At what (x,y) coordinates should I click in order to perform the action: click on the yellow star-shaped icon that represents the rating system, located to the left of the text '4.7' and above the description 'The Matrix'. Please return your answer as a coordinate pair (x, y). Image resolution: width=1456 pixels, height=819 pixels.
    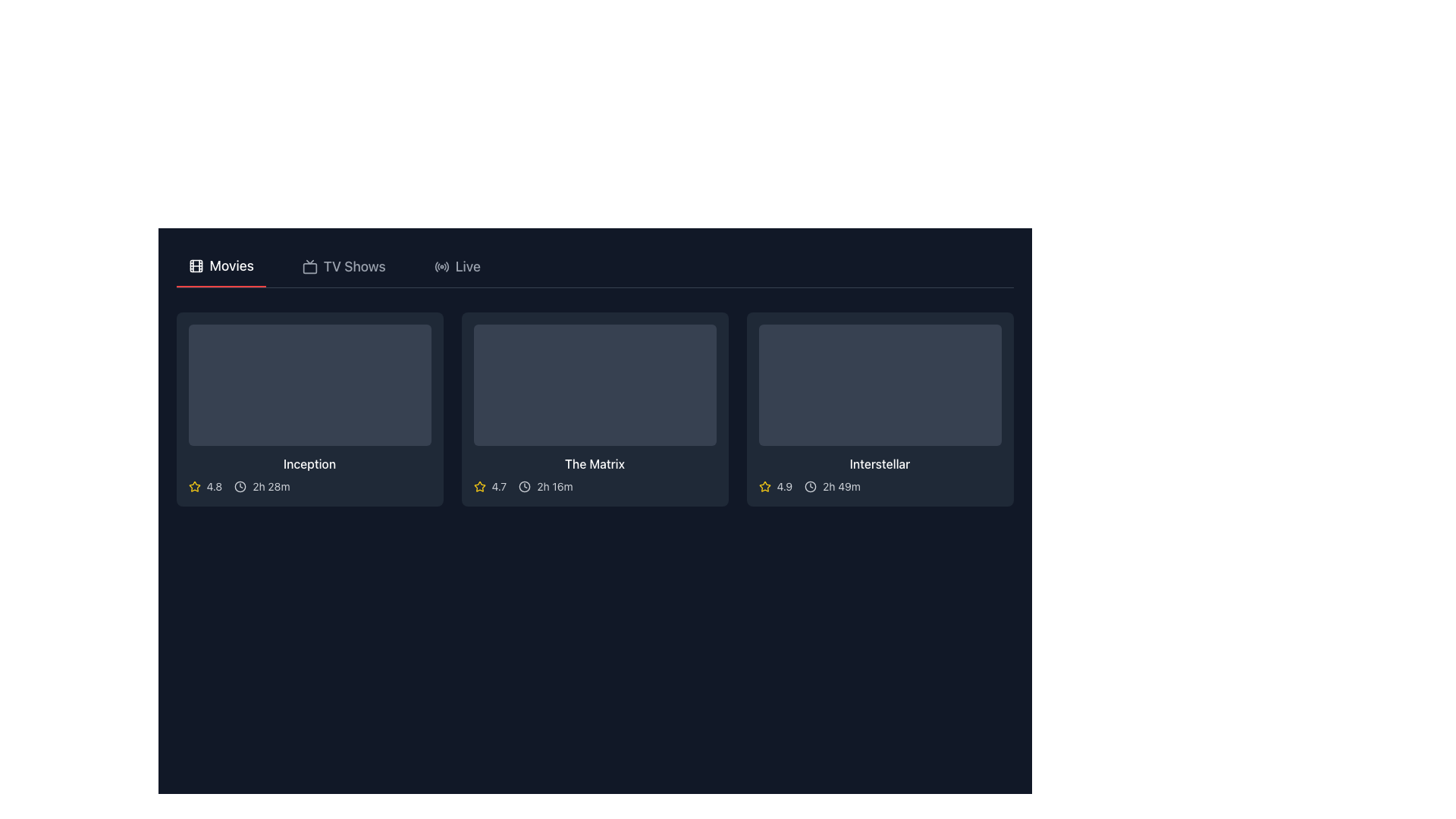
    Looking at the image, I should click on (479, 486).